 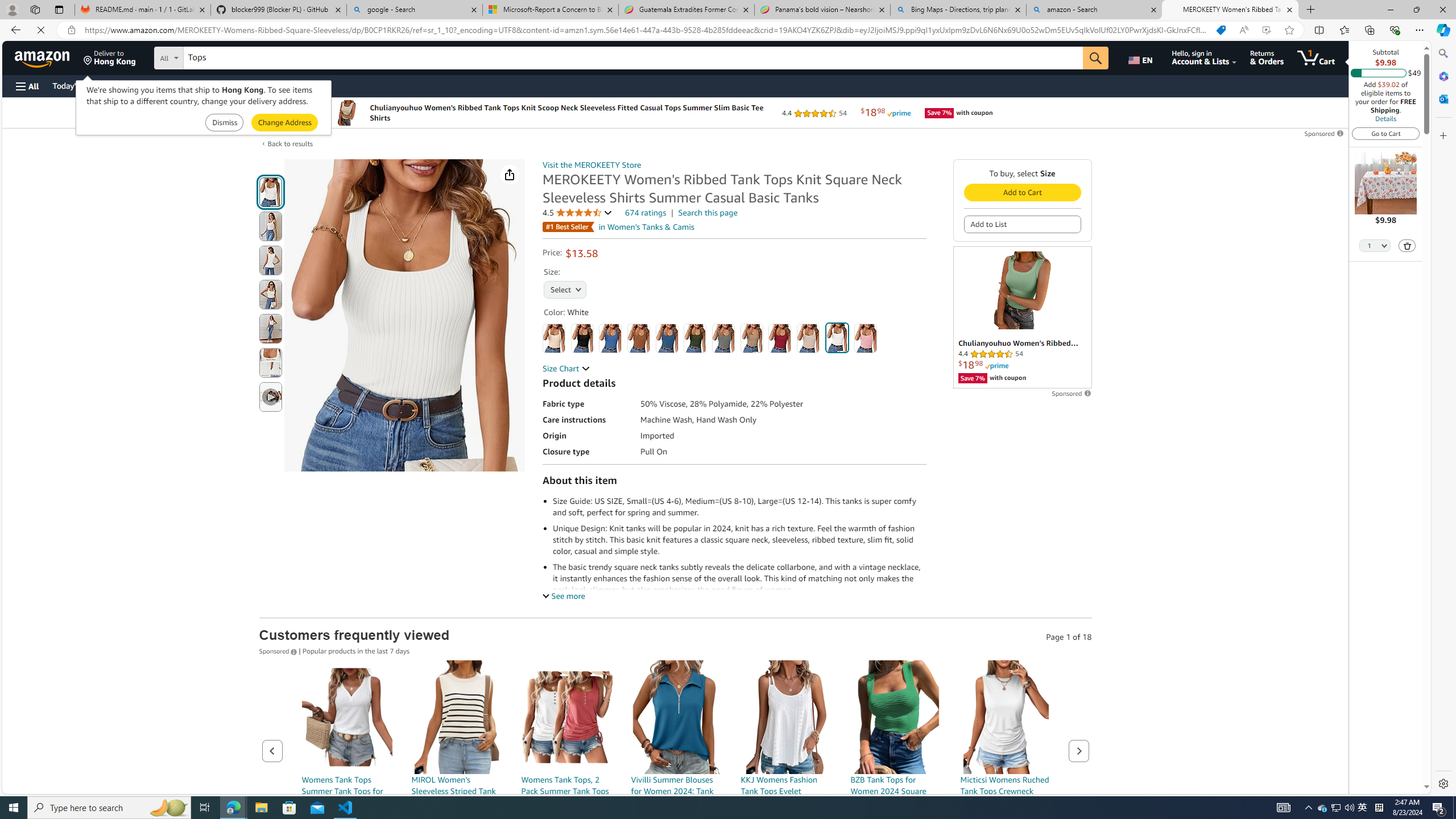 What do you see at coordinates (1094, 9) in the screenshot?
I see `'amazon - Search'` at bounding box center [1094, 9].